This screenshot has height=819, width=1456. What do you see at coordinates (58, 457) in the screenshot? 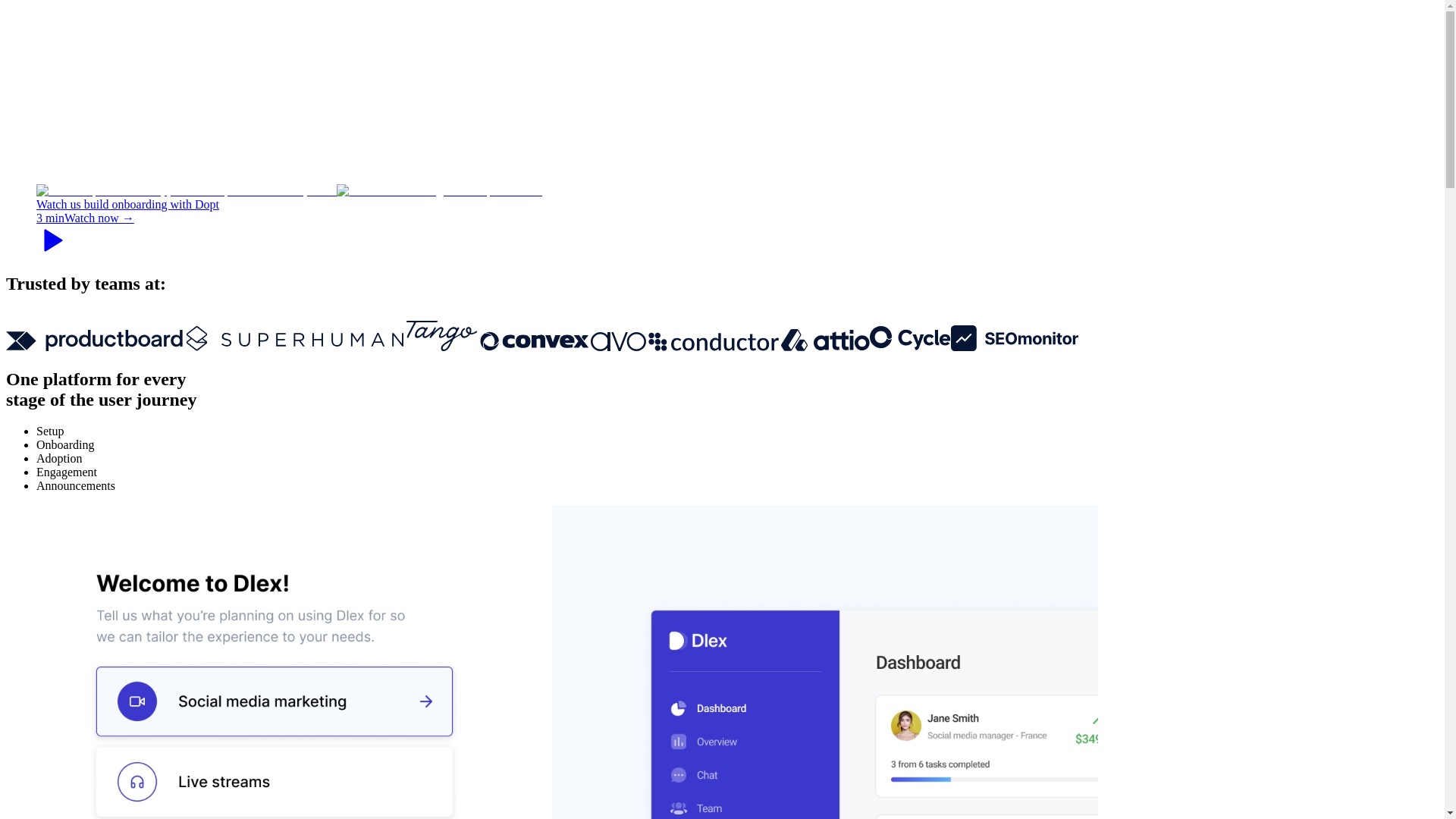
I see `'Adoption'` at bounding box center [58, 457].